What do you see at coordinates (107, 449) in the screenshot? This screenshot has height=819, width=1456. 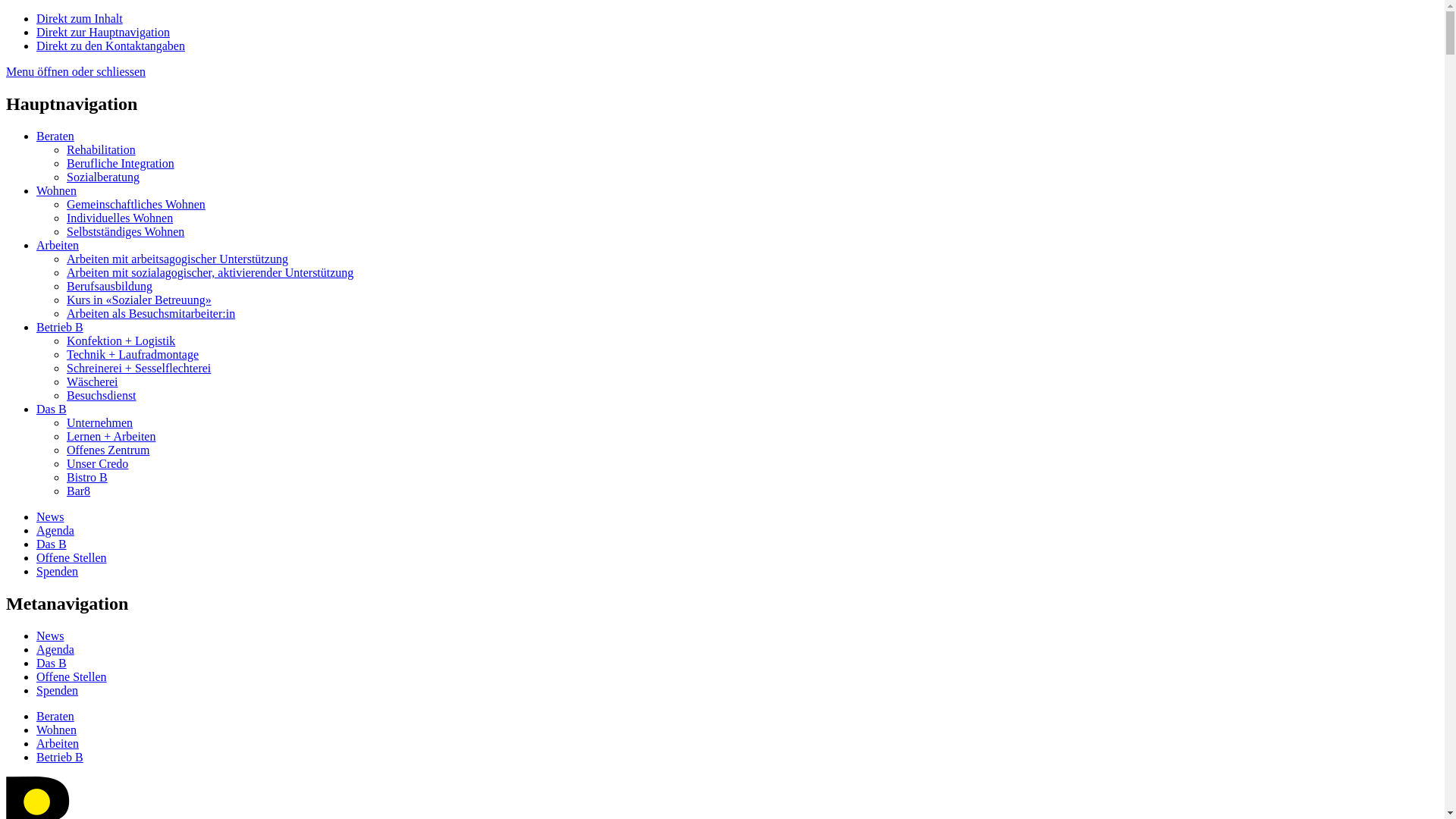 I see `'Offenes Zentrum'` at bounding box center [107, 449].